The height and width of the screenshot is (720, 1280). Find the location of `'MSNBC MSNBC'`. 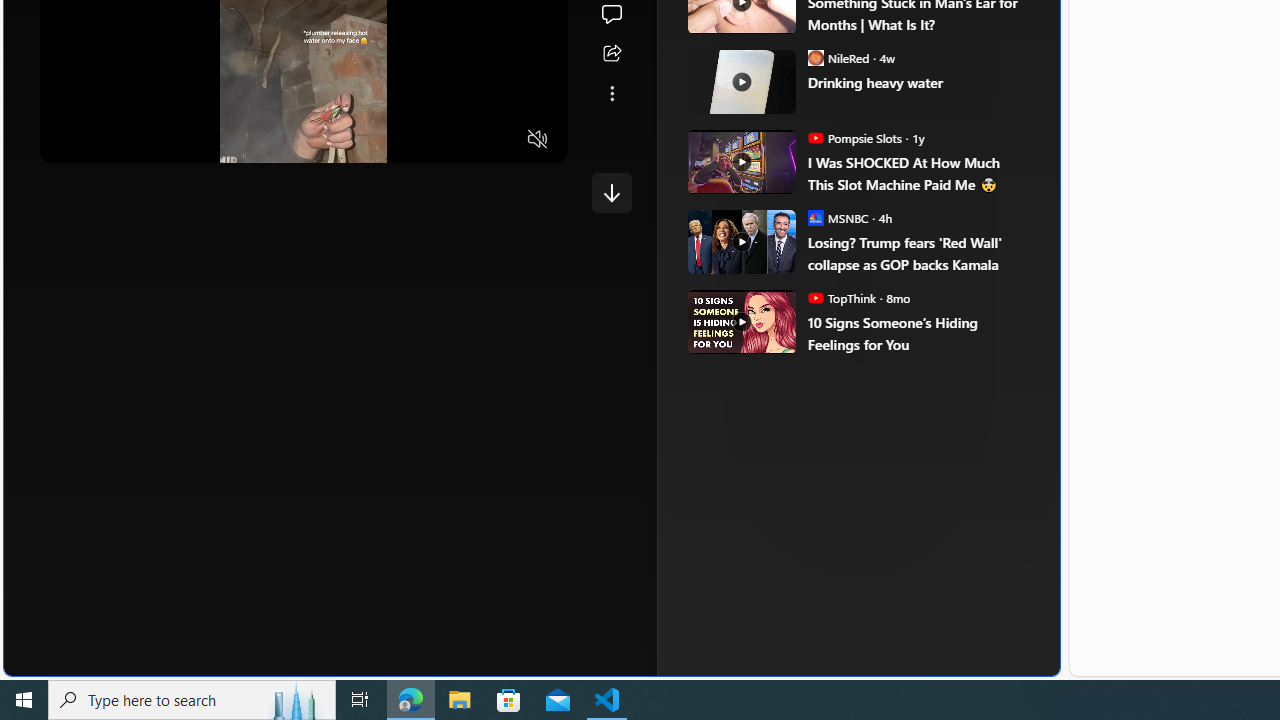

'MSNBC MSNBC' is located at coordinates (838, 218).